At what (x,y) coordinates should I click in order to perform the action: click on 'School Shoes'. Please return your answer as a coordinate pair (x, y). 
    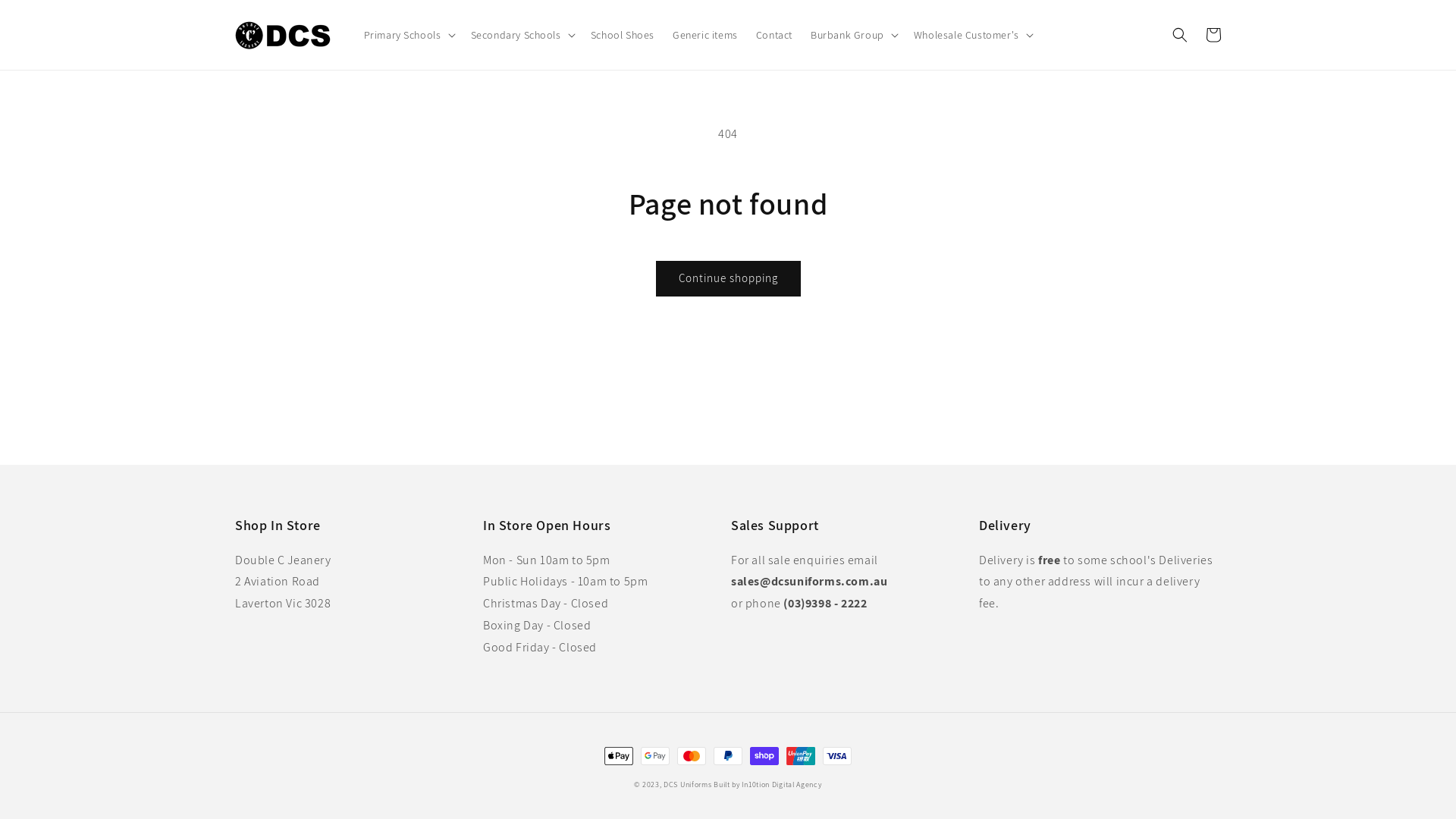
    Looking at the image, I should click on (581, 34).